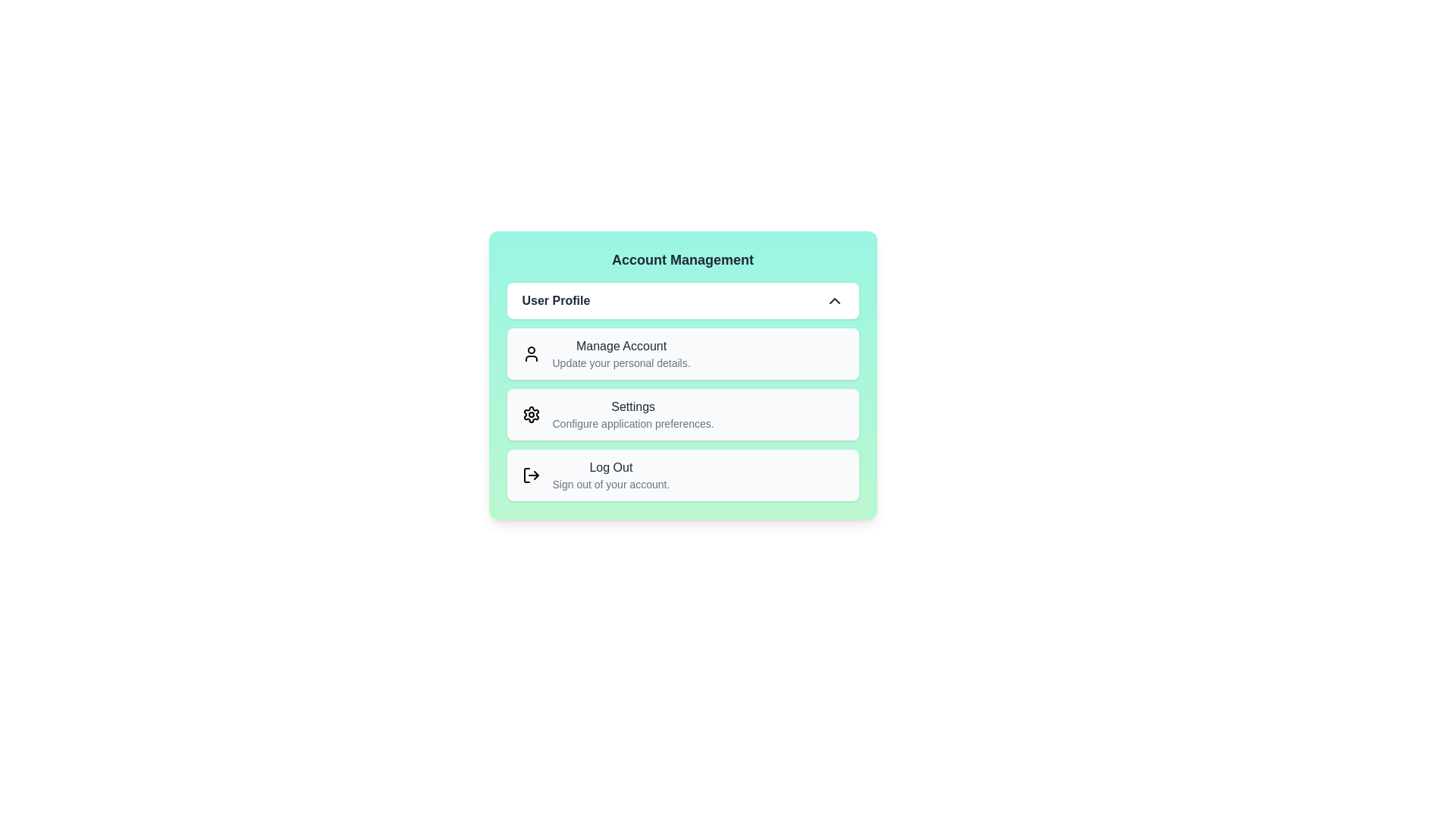 This screenshot has width=1456, height=819. What do you see at coordinates (682, 475) in the screenshot?
I see `the menu option Log Out by clicking on it` at bounding box center [682, 475].